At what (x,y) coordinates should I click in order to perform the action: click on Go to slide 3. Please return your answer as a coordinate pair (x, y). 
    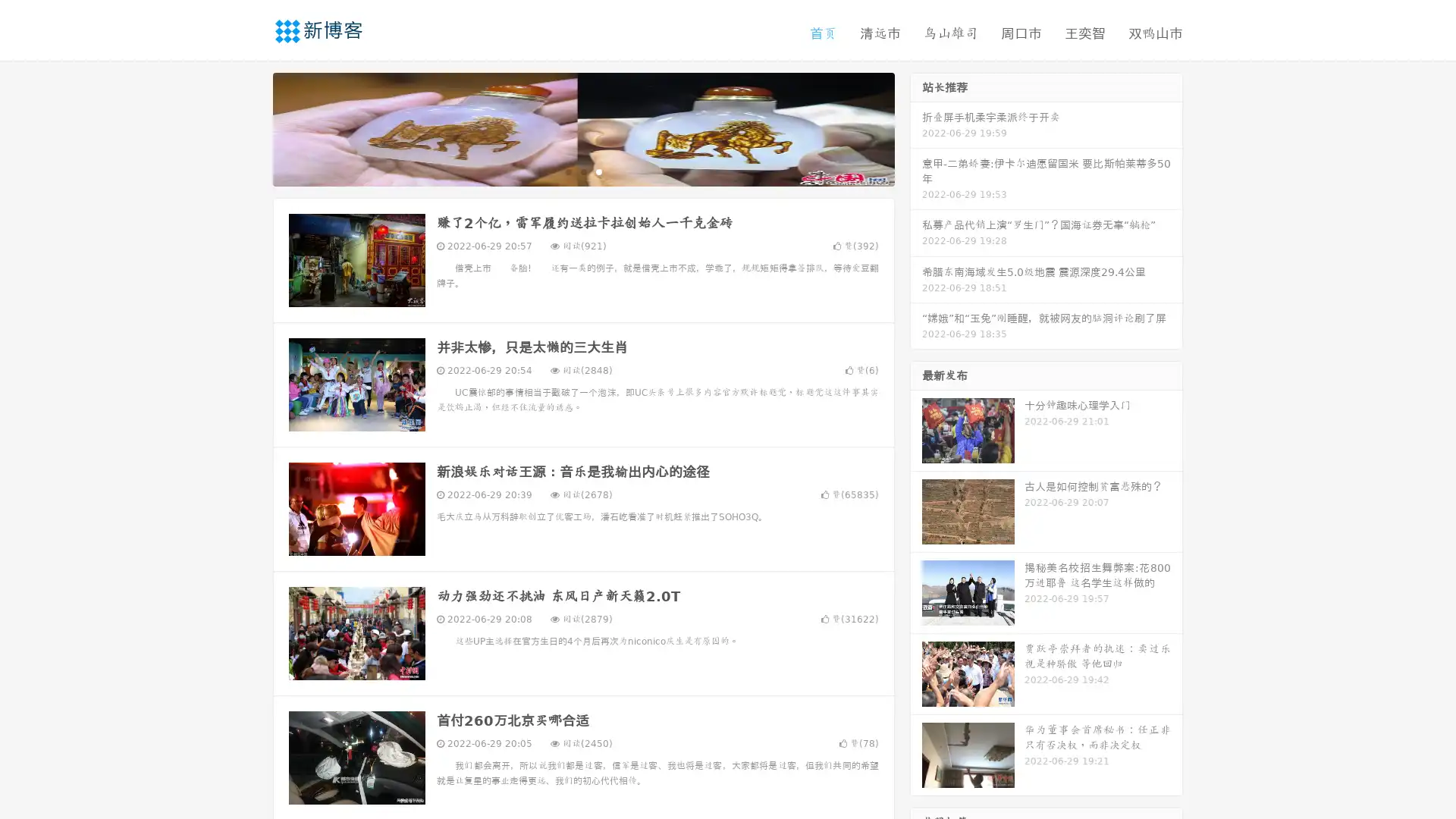
    Looking at the image, I should click on (598, 171).